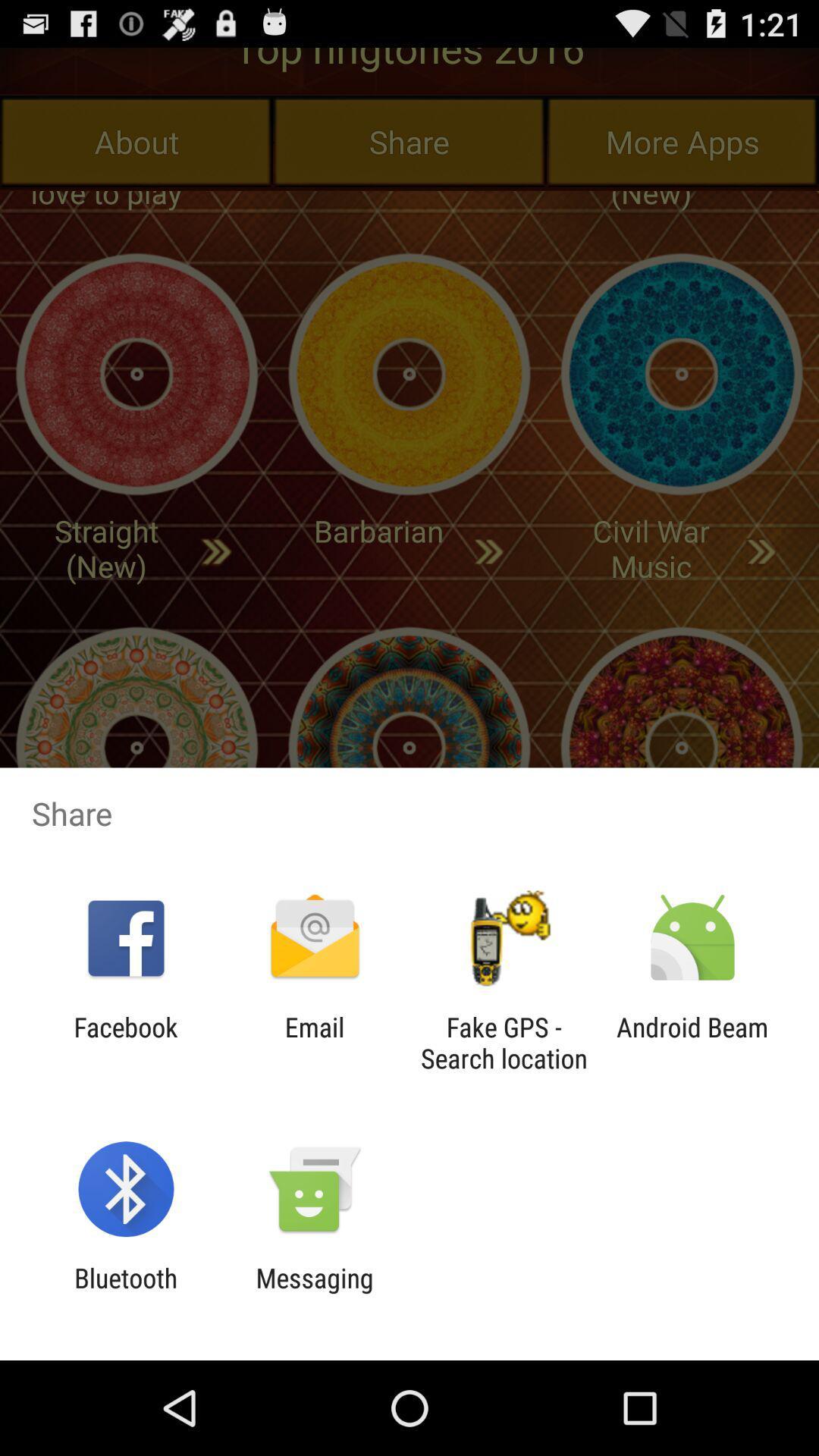  I want to click on icon next to the email app, so click(125, 1042).